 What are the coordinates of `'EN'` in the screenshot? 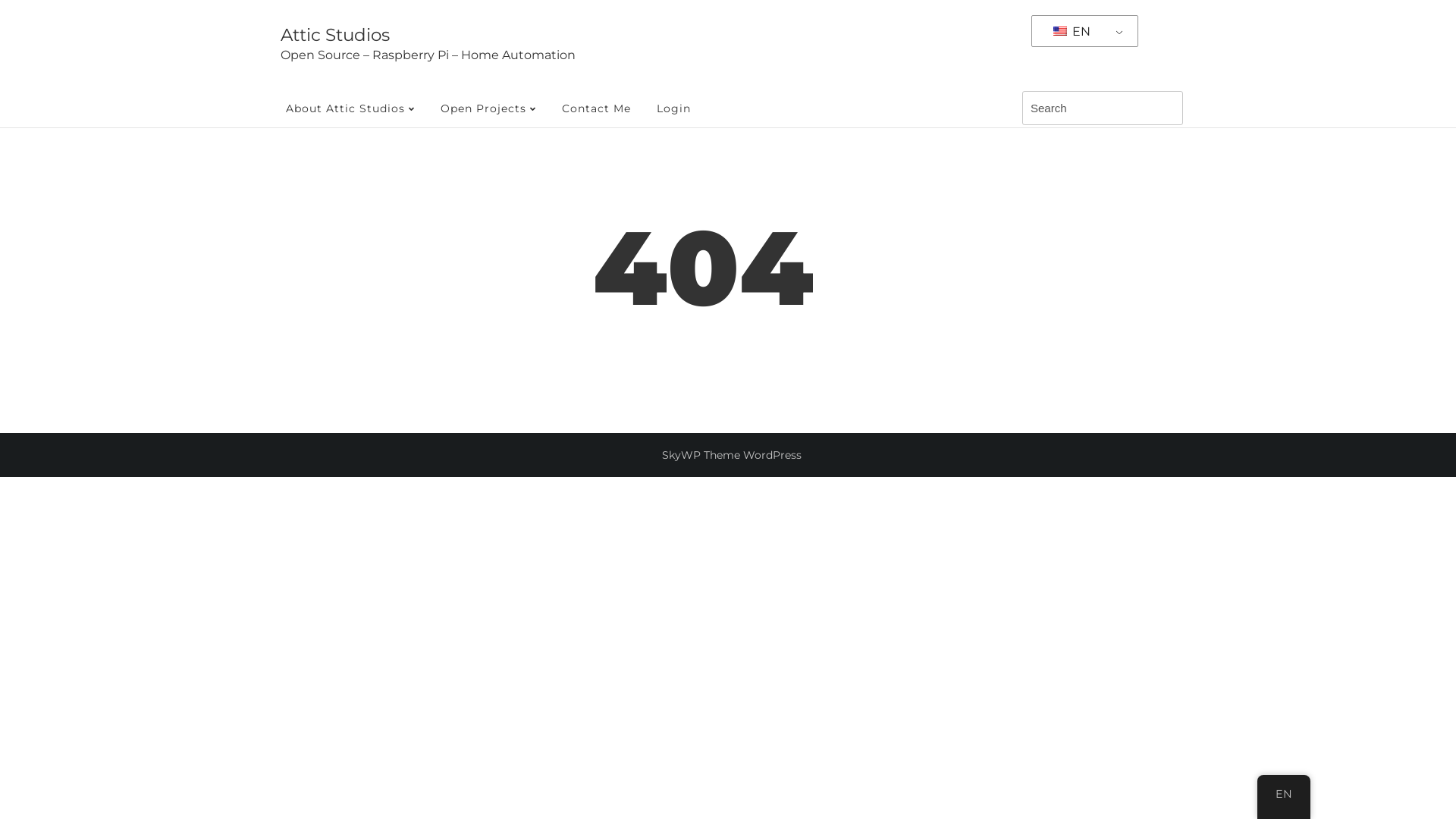 It's located at (1081, 31).